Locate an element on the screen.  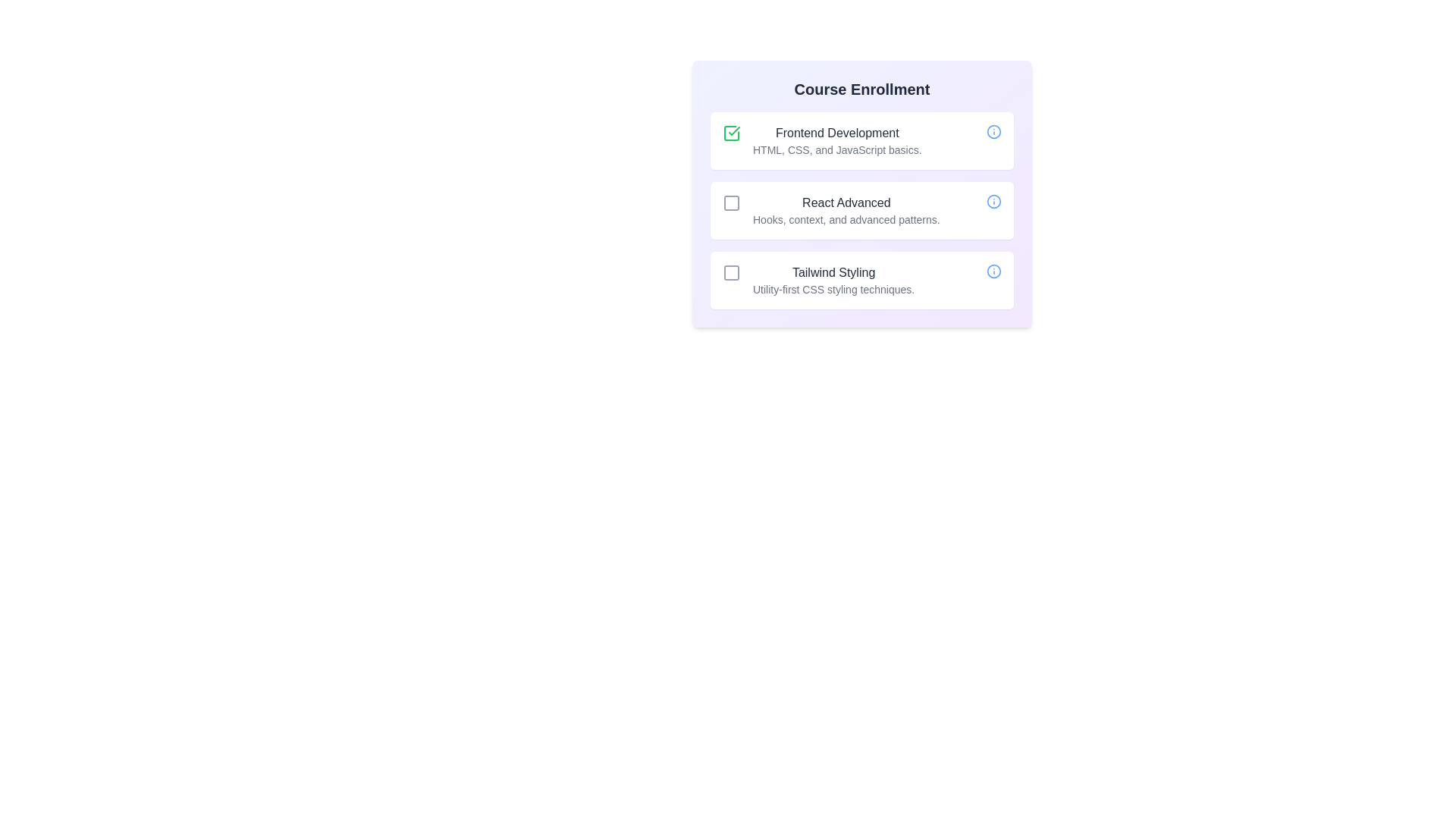
the text label that describes the 'Frontend Development' course, which provides details about HTML, CSS, and JavaScript basics, positioned below the course title in the 'Course Enrollment' section is located at coordinates (836, 149).